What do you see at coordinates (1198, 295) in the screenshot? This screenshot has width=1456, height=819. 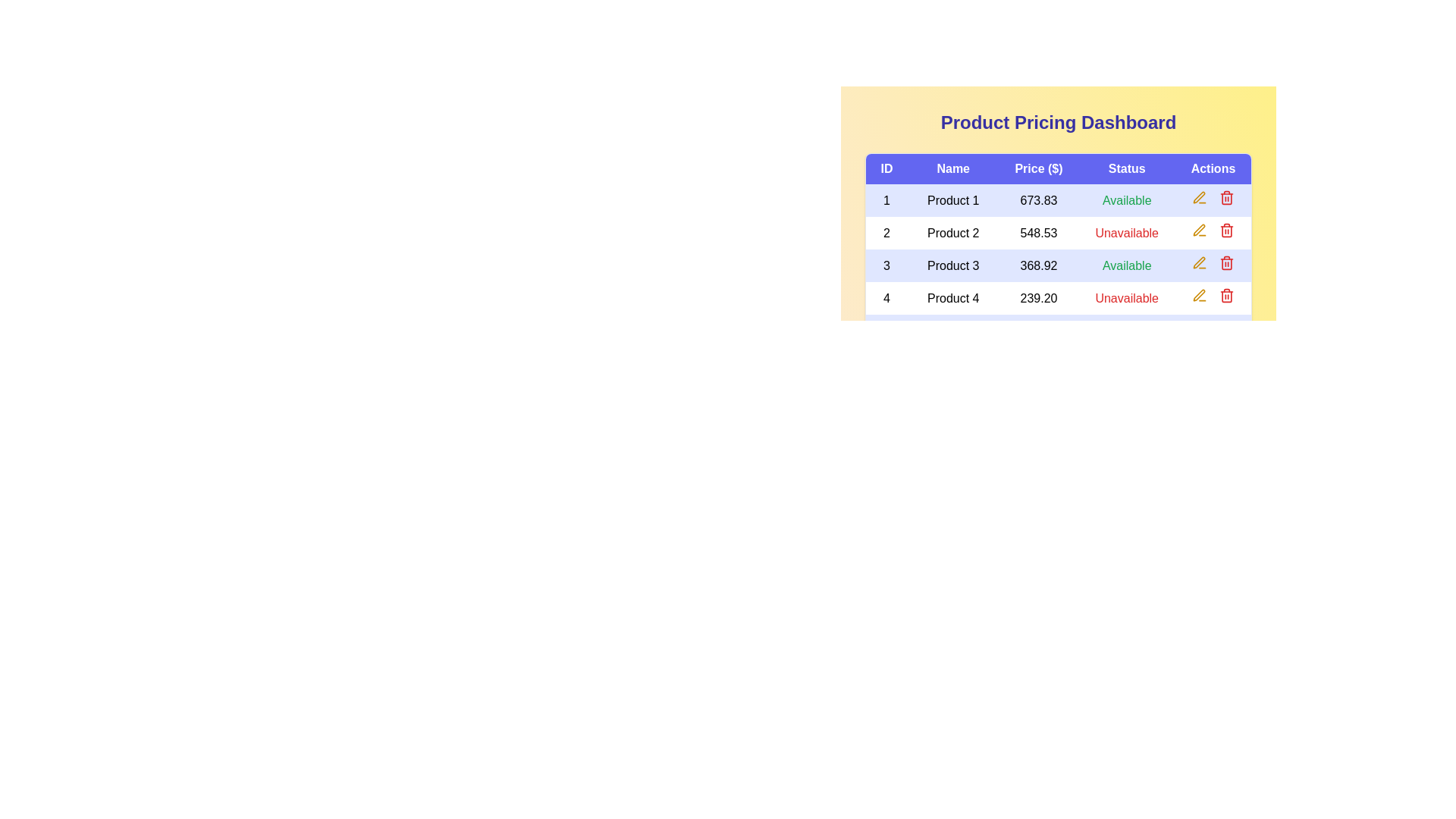 I see `the 'Edit' button for product 4` at bounding box center [1198, 295].